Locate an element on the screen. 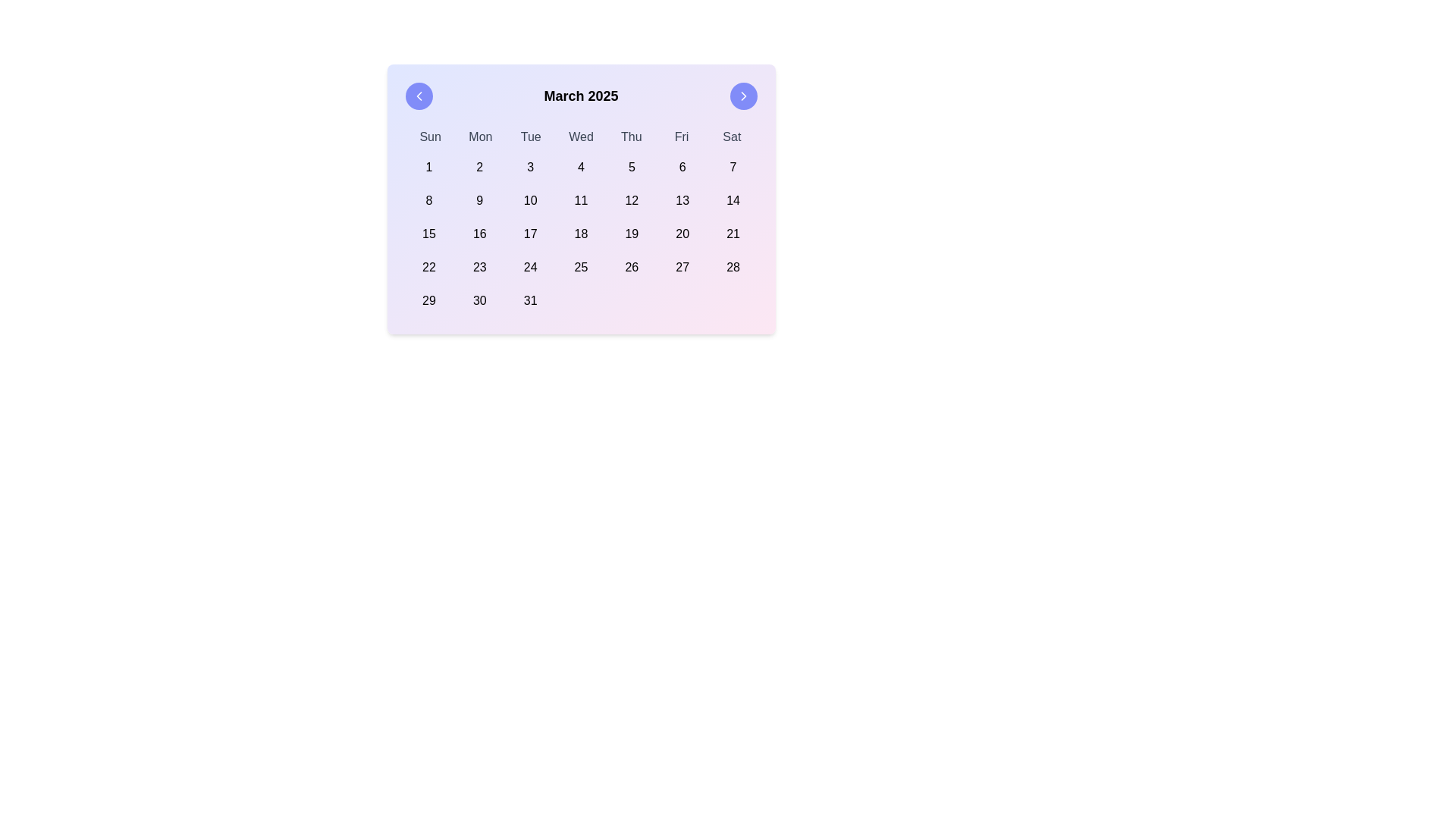  the selectable button for the 28th day in the calendar grid is located at coordinates (733, 267).